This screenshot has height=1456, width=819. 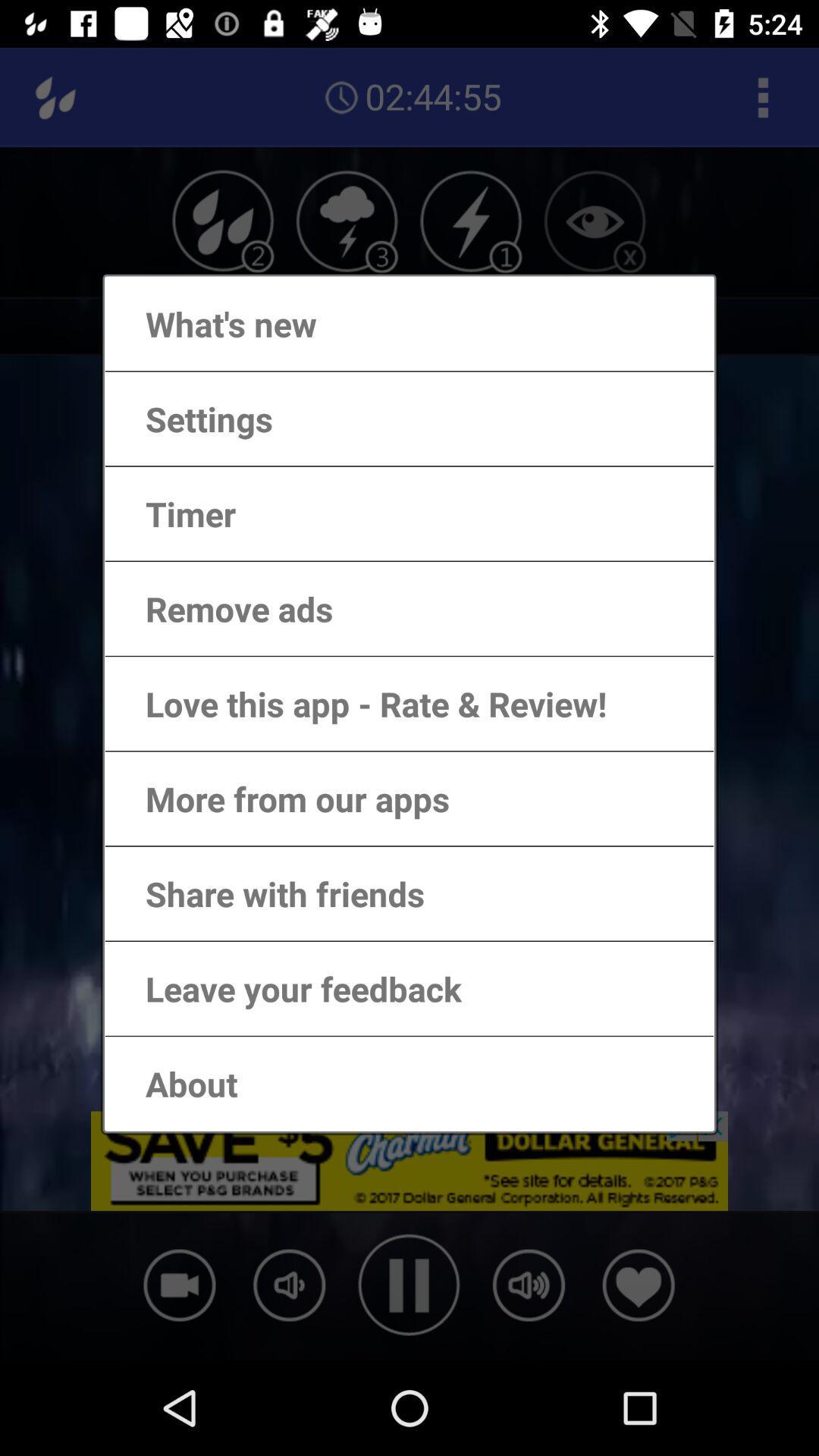 What do you see at coordinates (288, 988) in the screenshot?
I see `item above the about` at bounding box center [288, 988].